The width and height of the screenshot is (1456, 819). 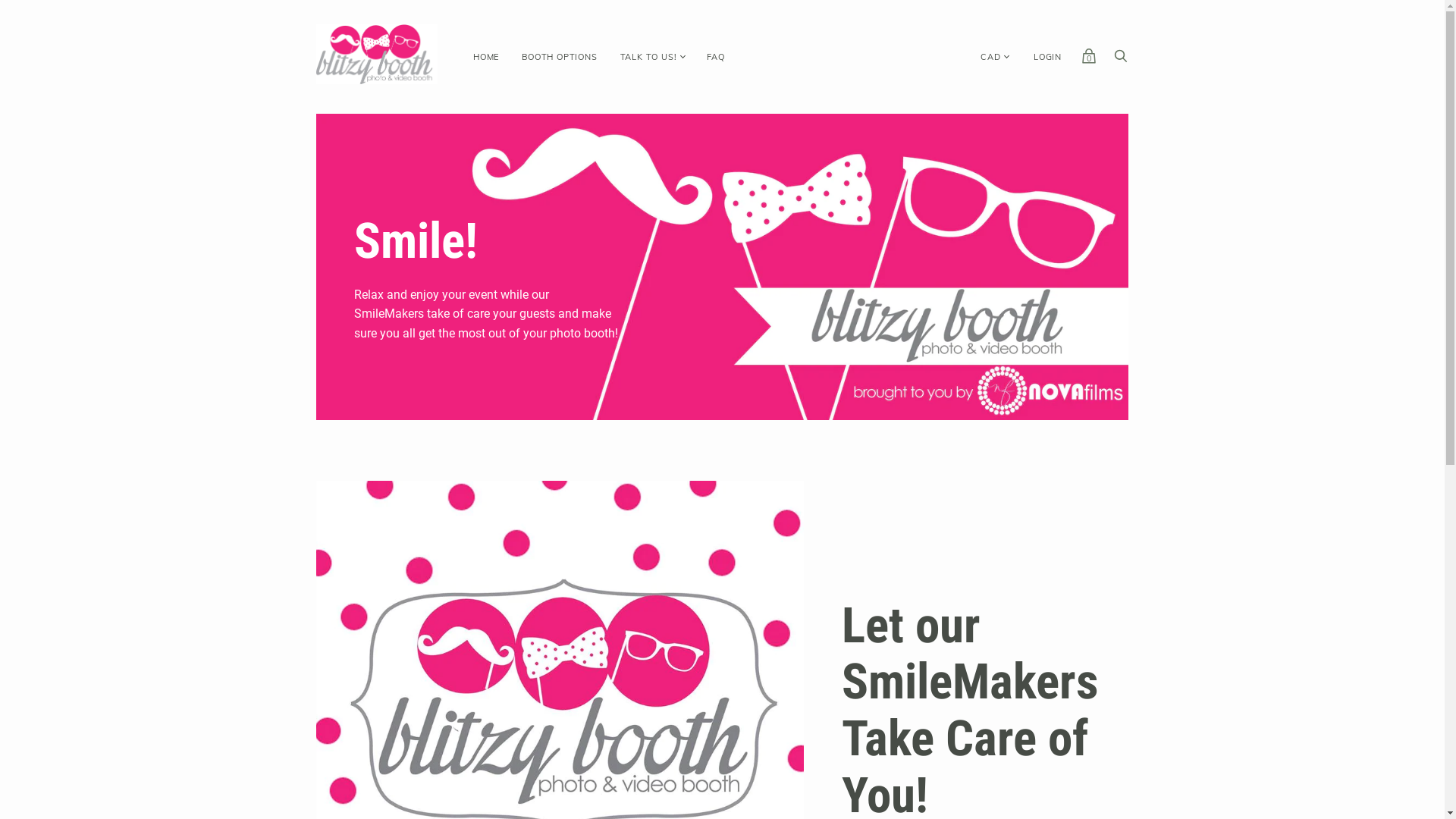 I want to click on 'LOGIN', so click(x=1046, y=56).